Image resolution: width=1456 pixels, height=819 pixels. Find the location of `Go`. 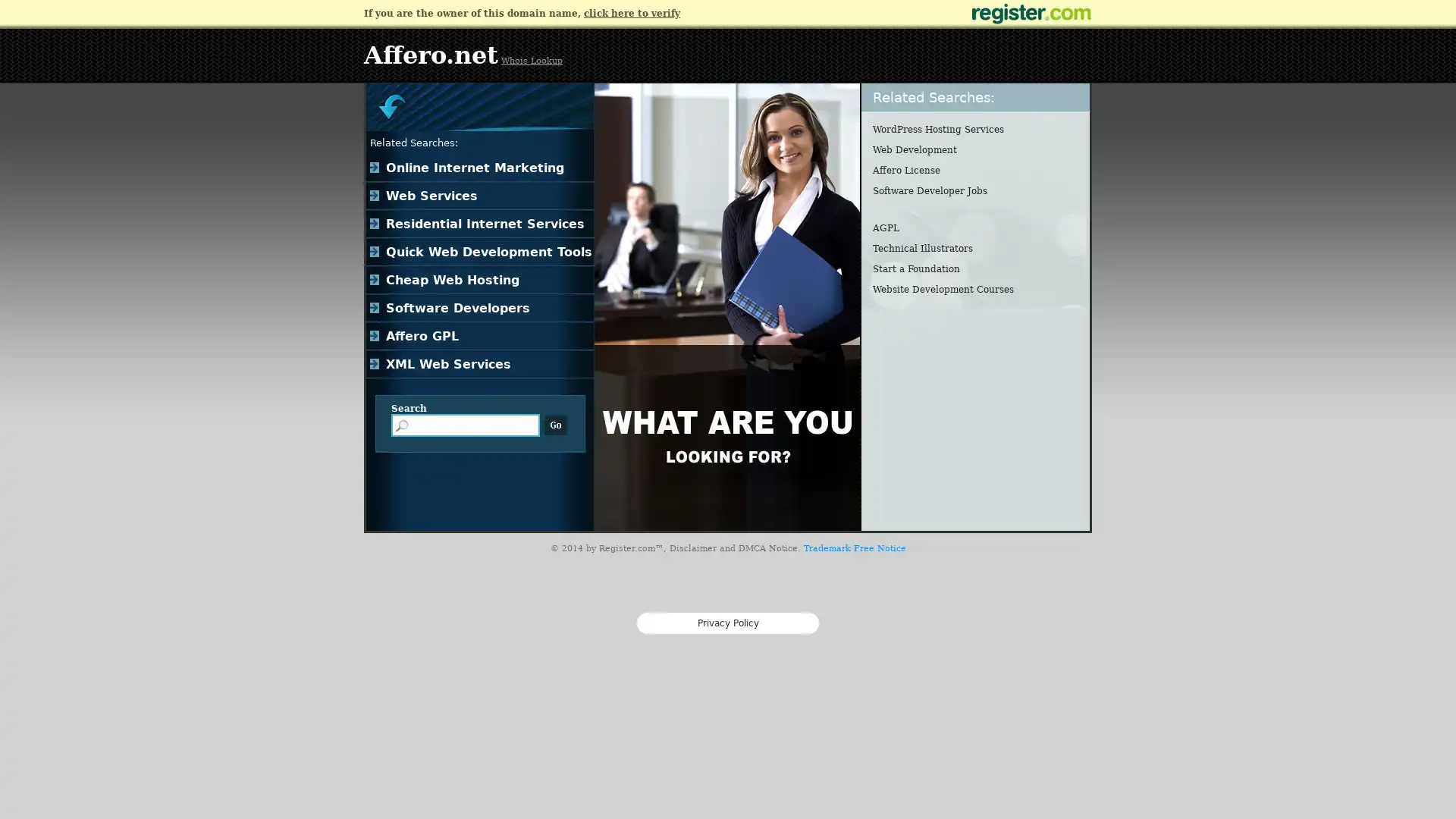

Go is located at coordinates (555, 425).